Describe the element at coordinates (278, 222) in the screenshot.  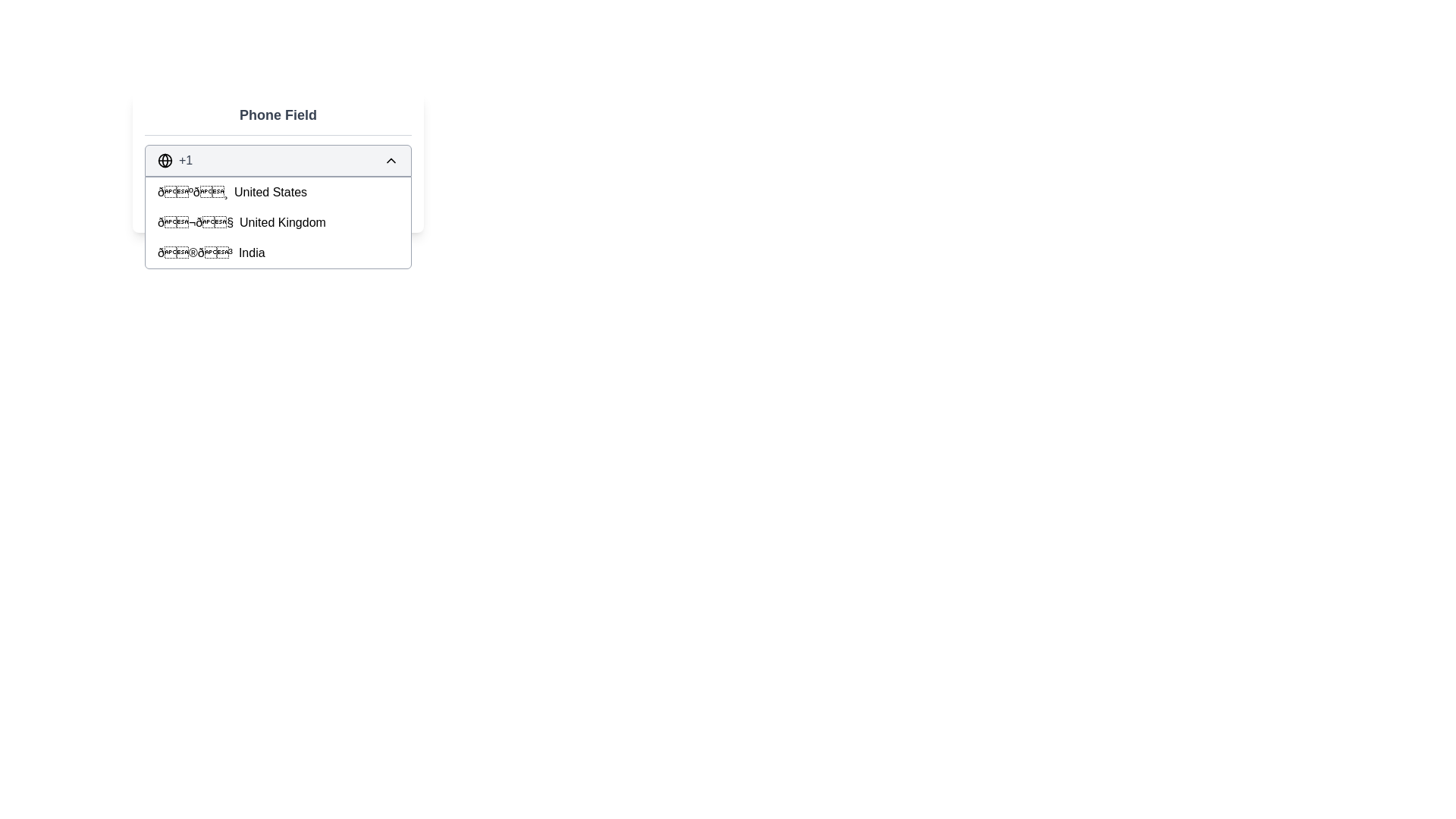
I see `the 'United Kingdom' option in the dropdown list located below the country code field ('+1')` at that location.